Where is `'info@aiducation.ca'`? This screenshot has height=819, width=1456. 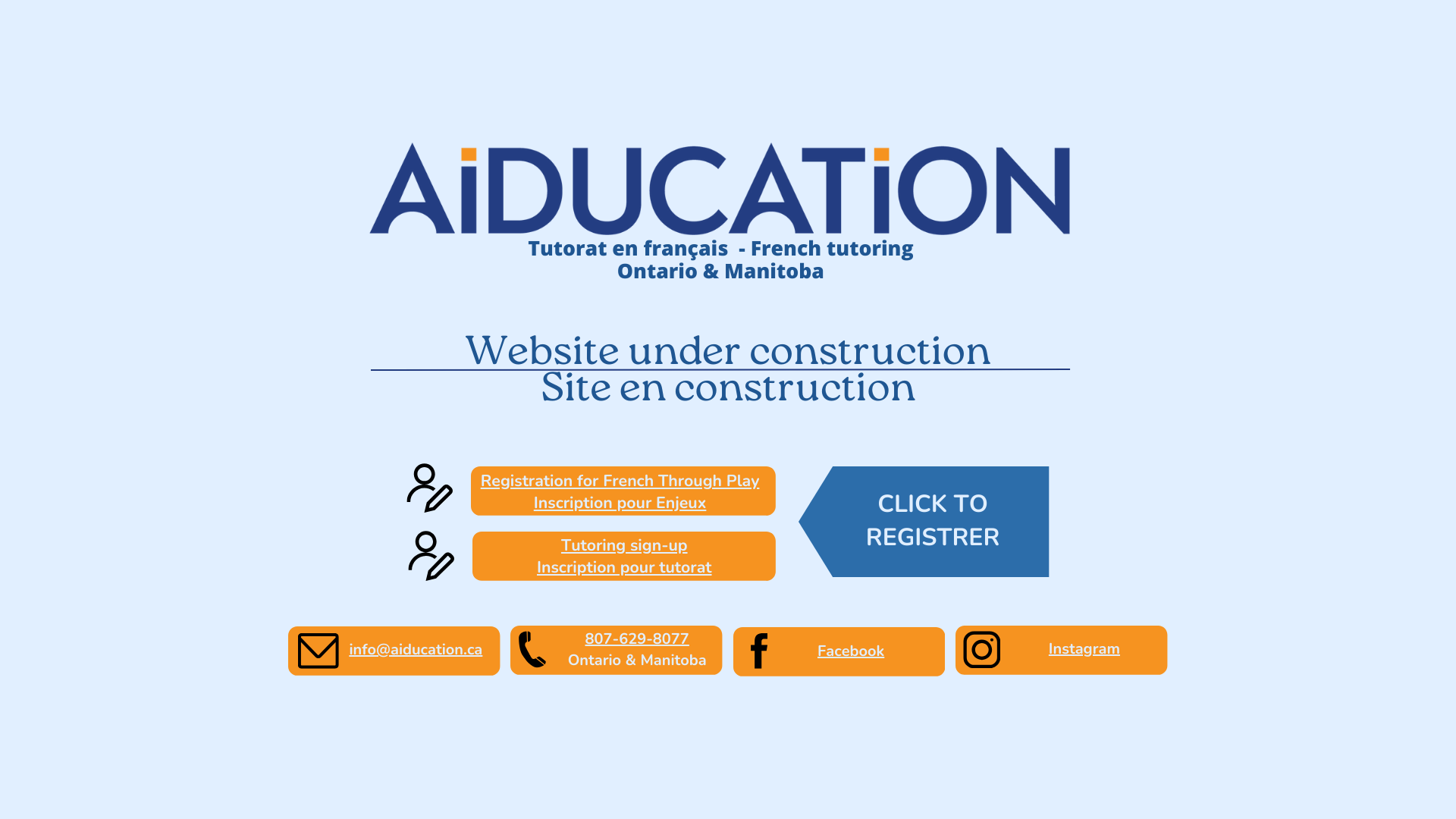
'info@aiducation.ca' is located at coordinates (415, 649).